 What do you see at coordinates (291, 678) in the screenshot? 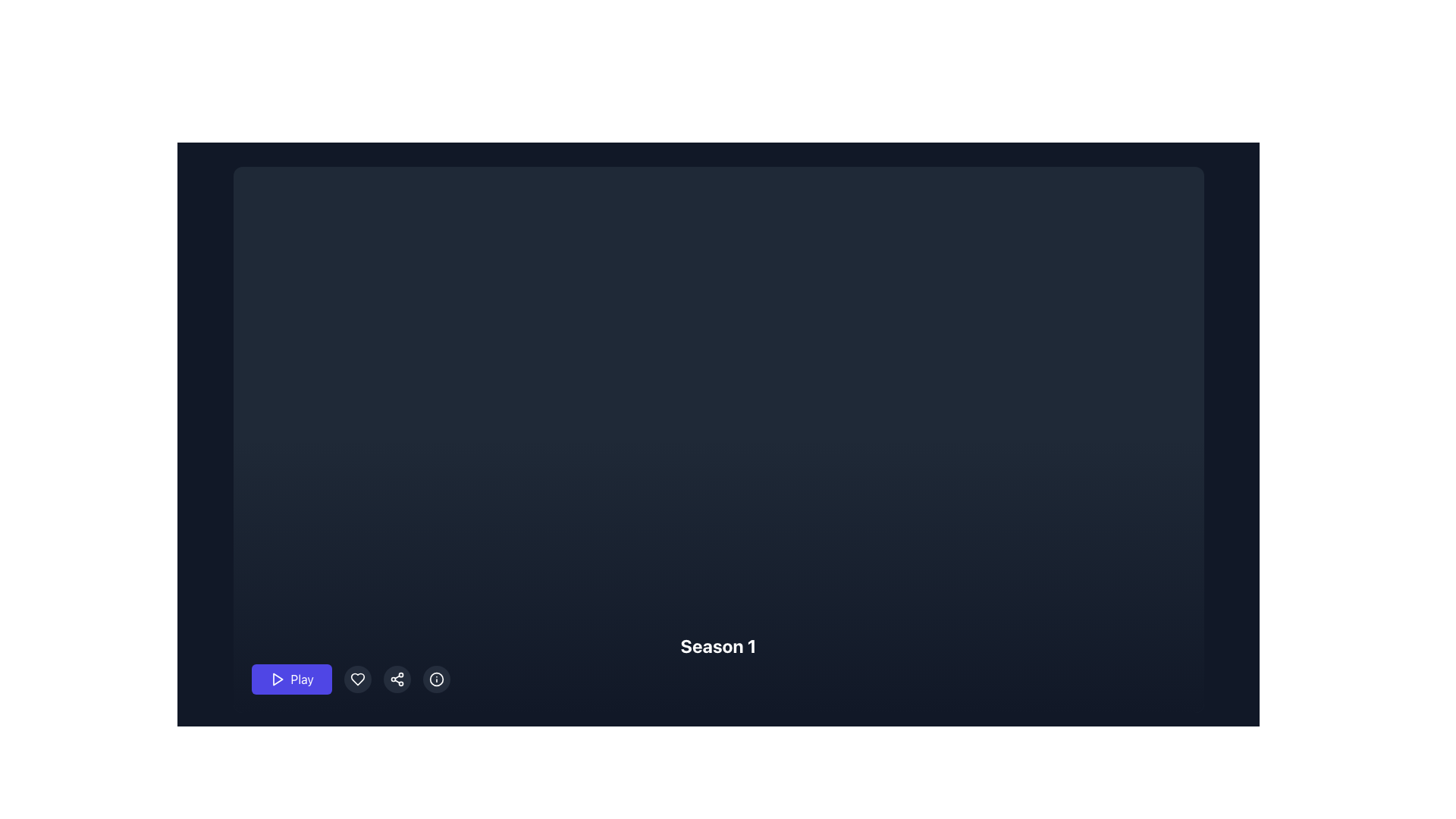
I see `the indigo 'Play' button with a white play icon` at bounding box center [291, 678].